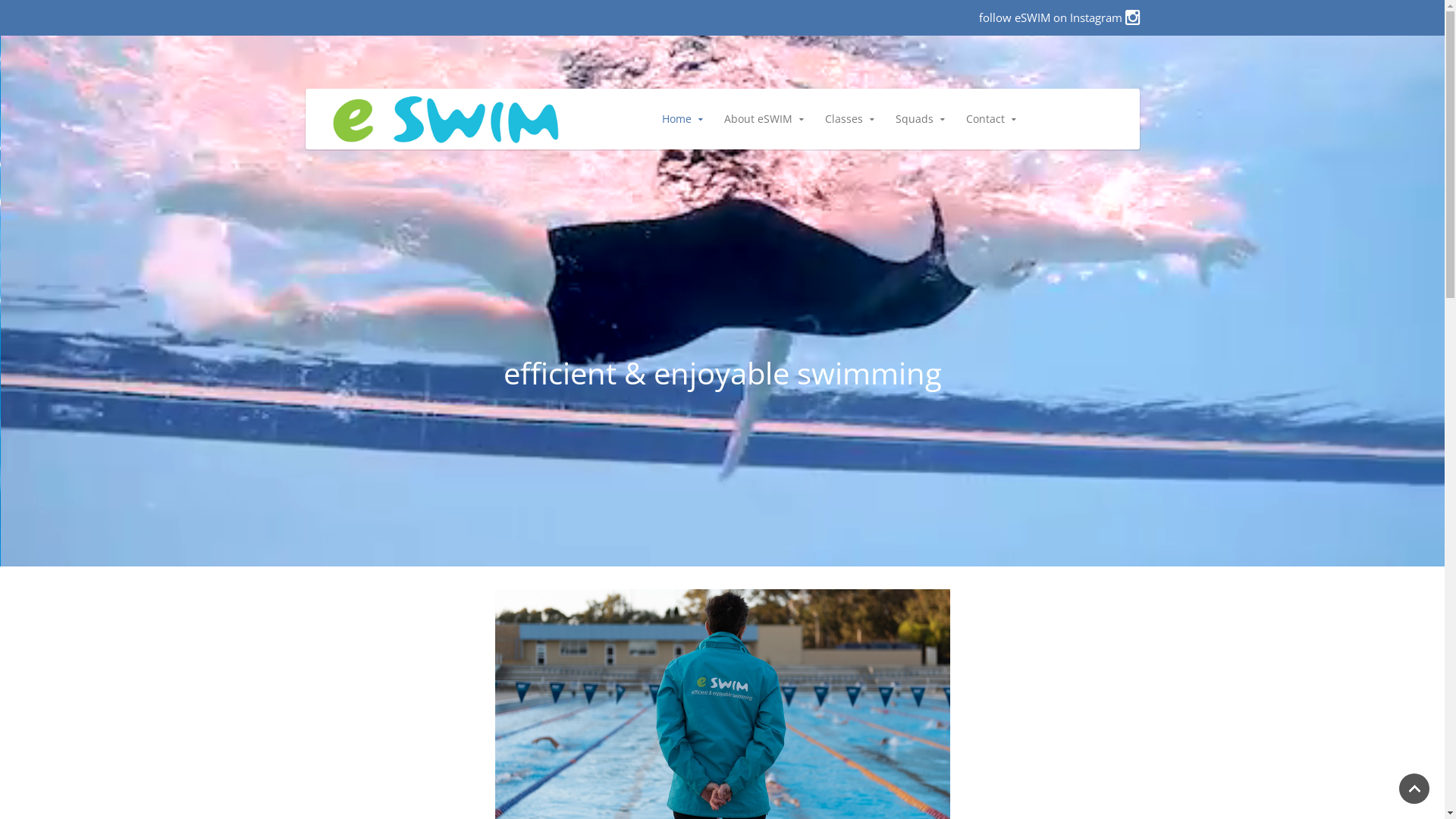  What do you see at coordinates (679, 118) in the screenshot?
I see `'Home'` at bounding box center [679, 118].